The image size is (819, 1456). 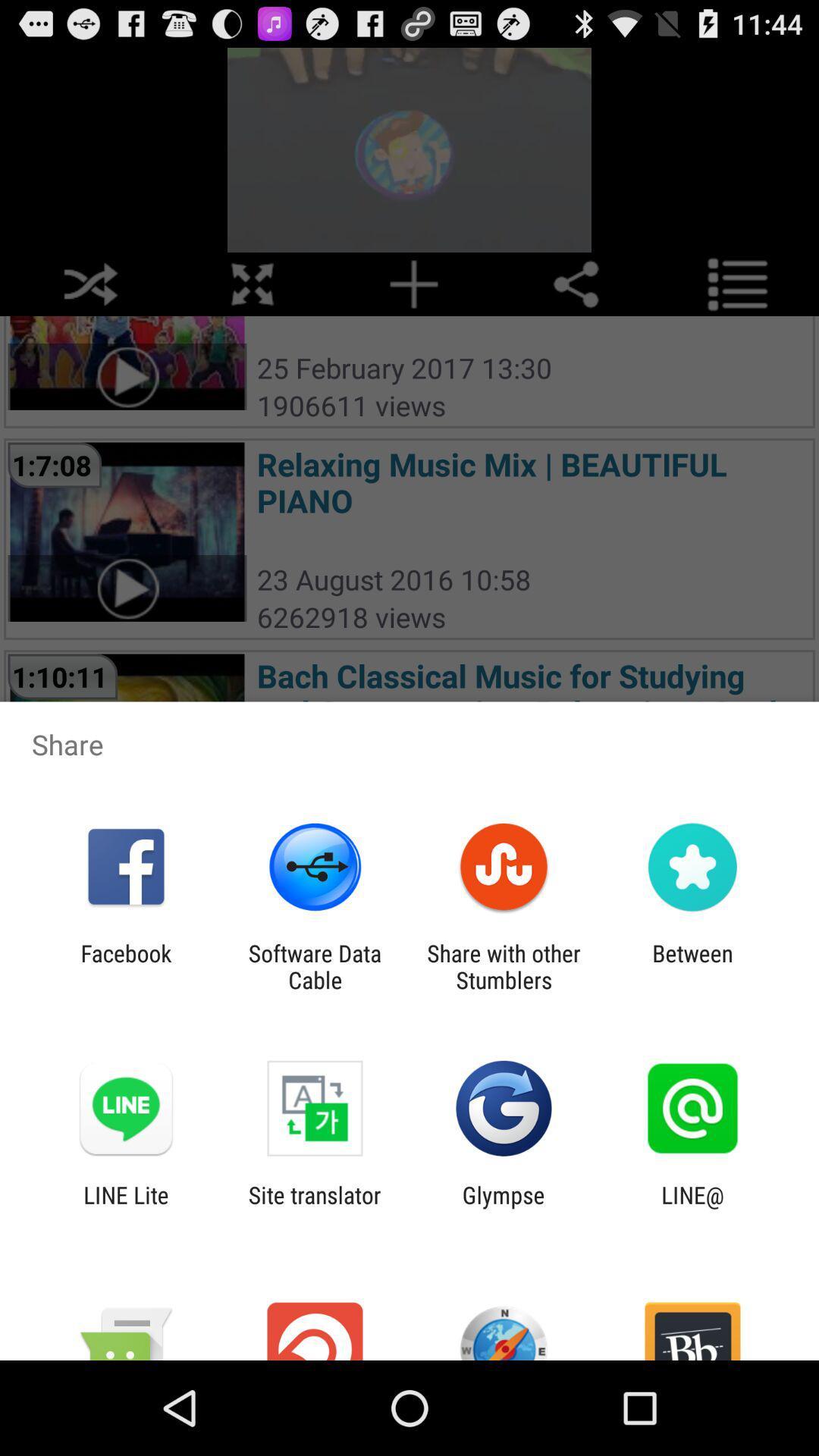 What do you see at coordinates (504, 966) in the screenshot?
I see `icon next to between app` at bounding box center [504, 966].